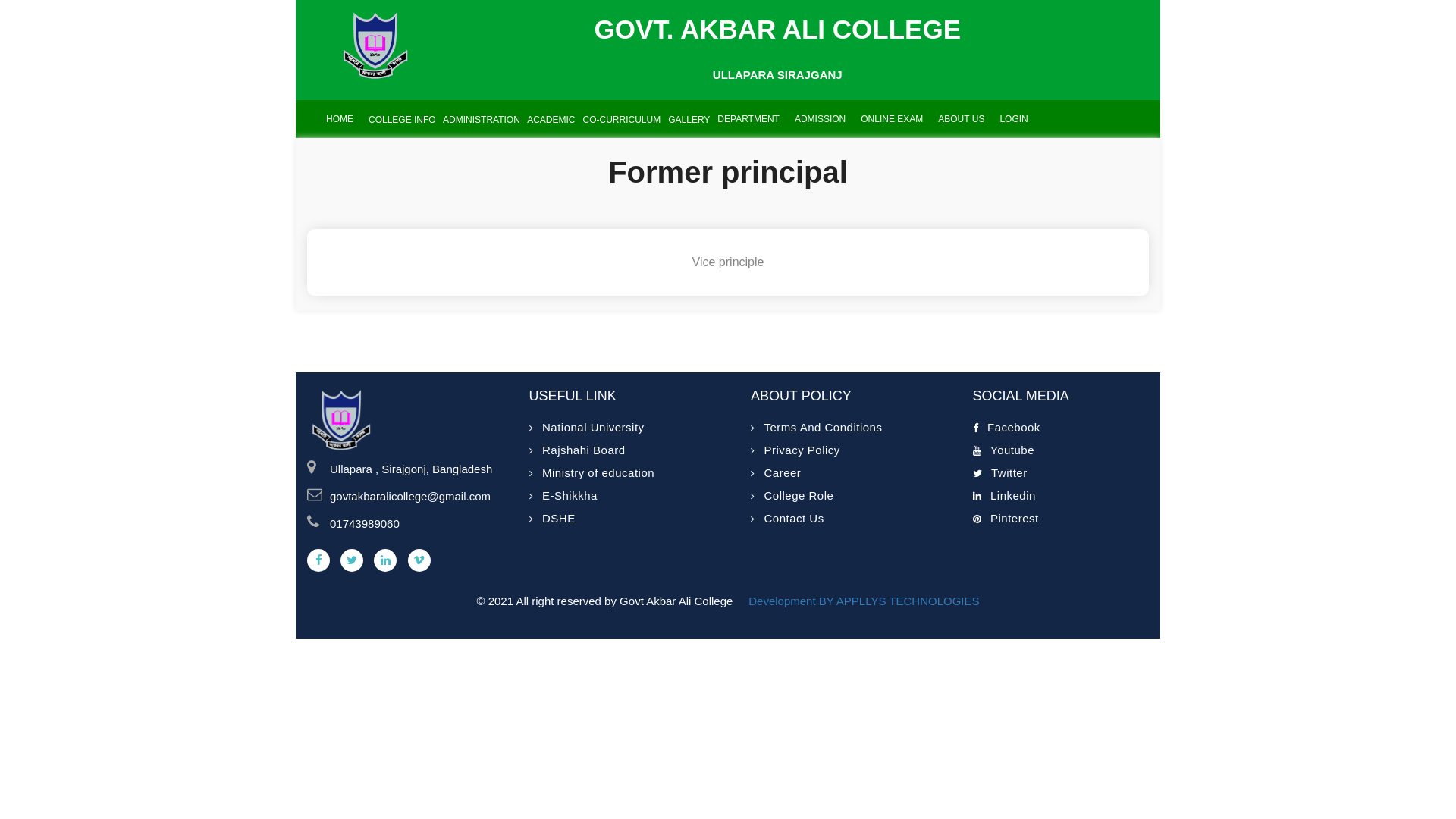 The width and height of the screenshot is (1456, 819). Describe the element at coordinates (585, 427) in the screenshot. I see `'National University'` at that location.